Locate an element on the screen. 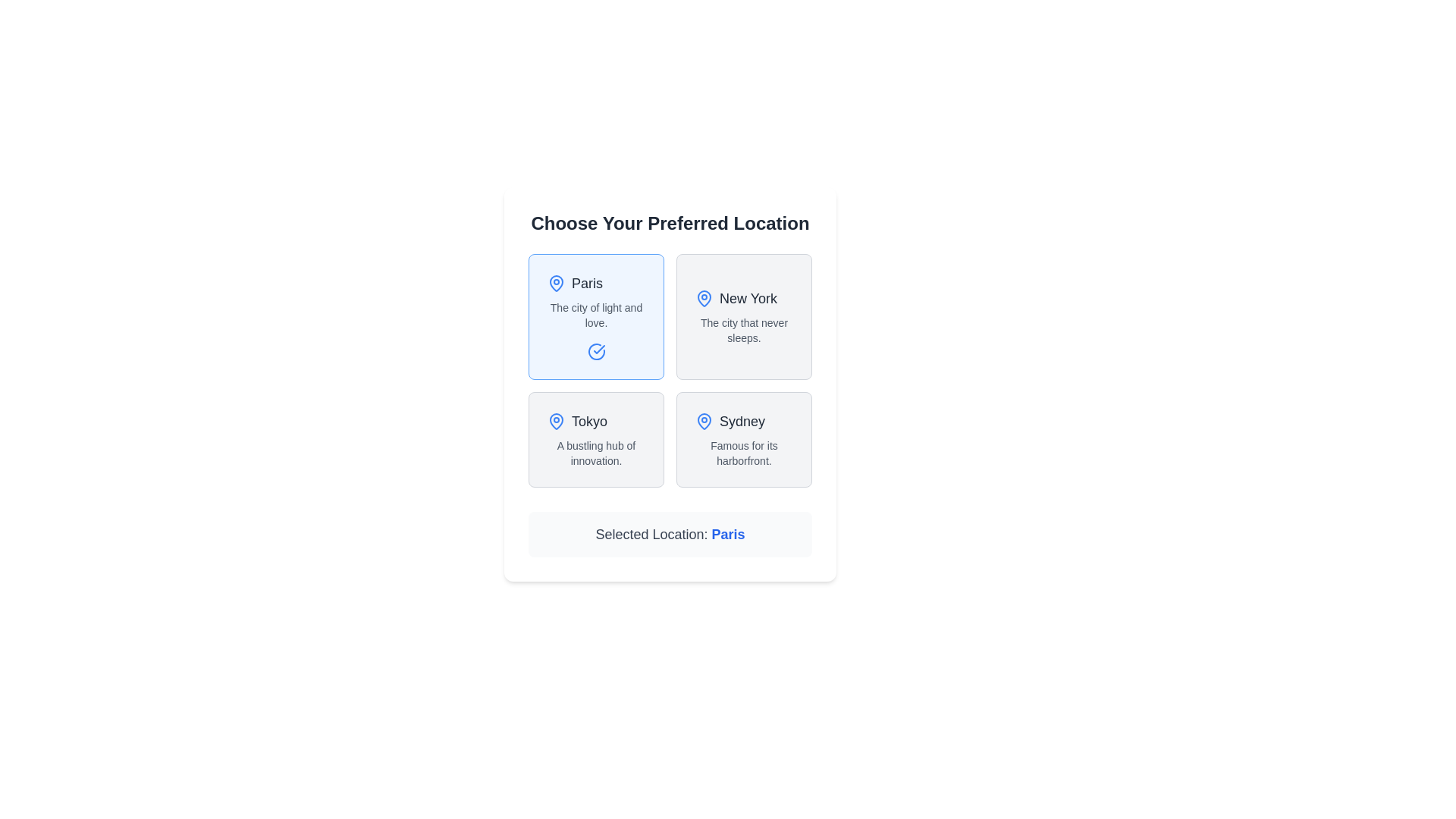  the Icon (location indicator) located to the left of the 'Sydney' label is located at coordinates (704, 421).